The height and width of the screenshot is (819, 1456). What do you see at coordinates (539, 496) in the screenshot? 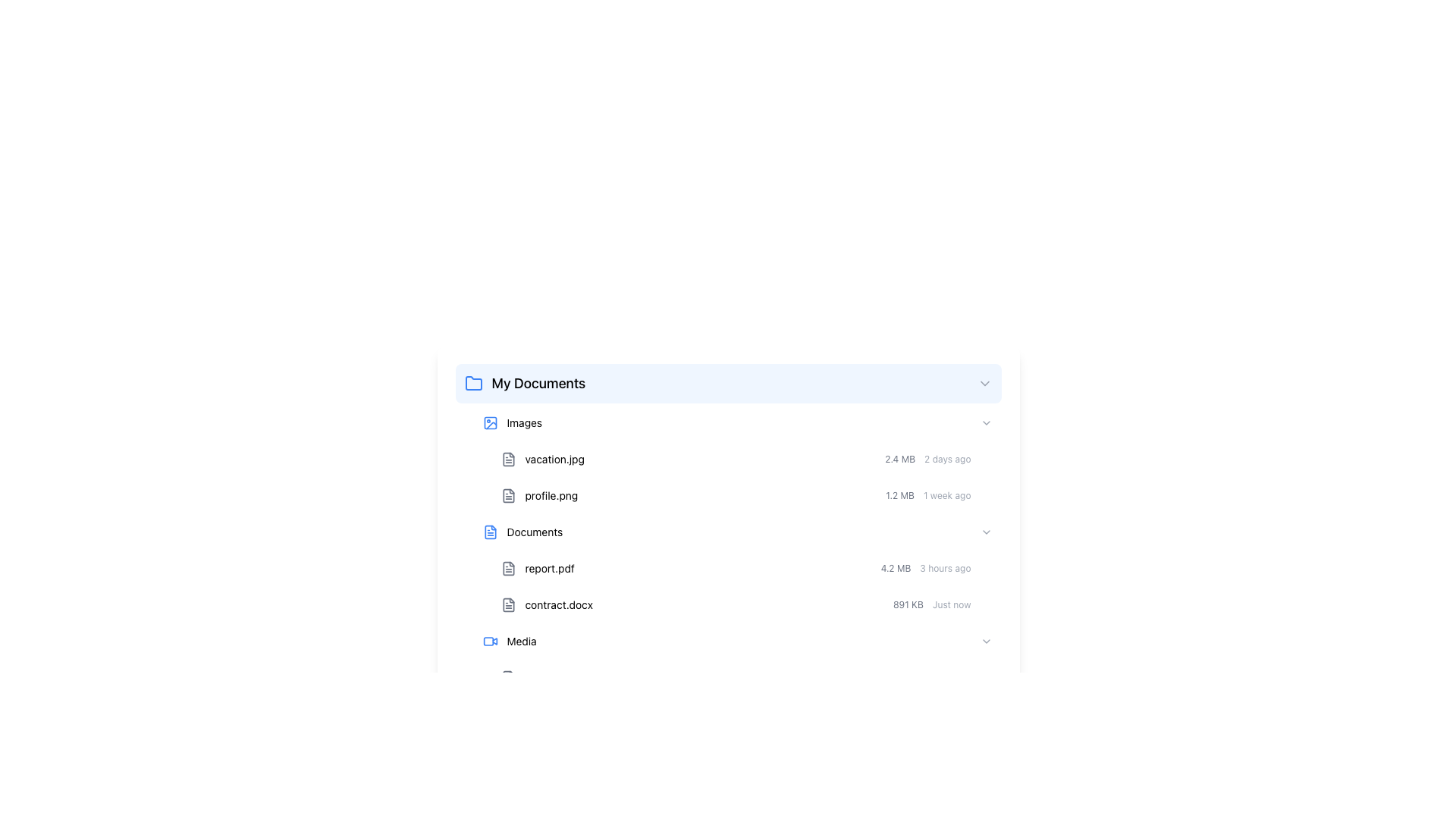
I see `and drop the file entry representation for 'profile.png', which is located in the 'Images' subsection under 'My Documents'` at bounding box center [539, 496].